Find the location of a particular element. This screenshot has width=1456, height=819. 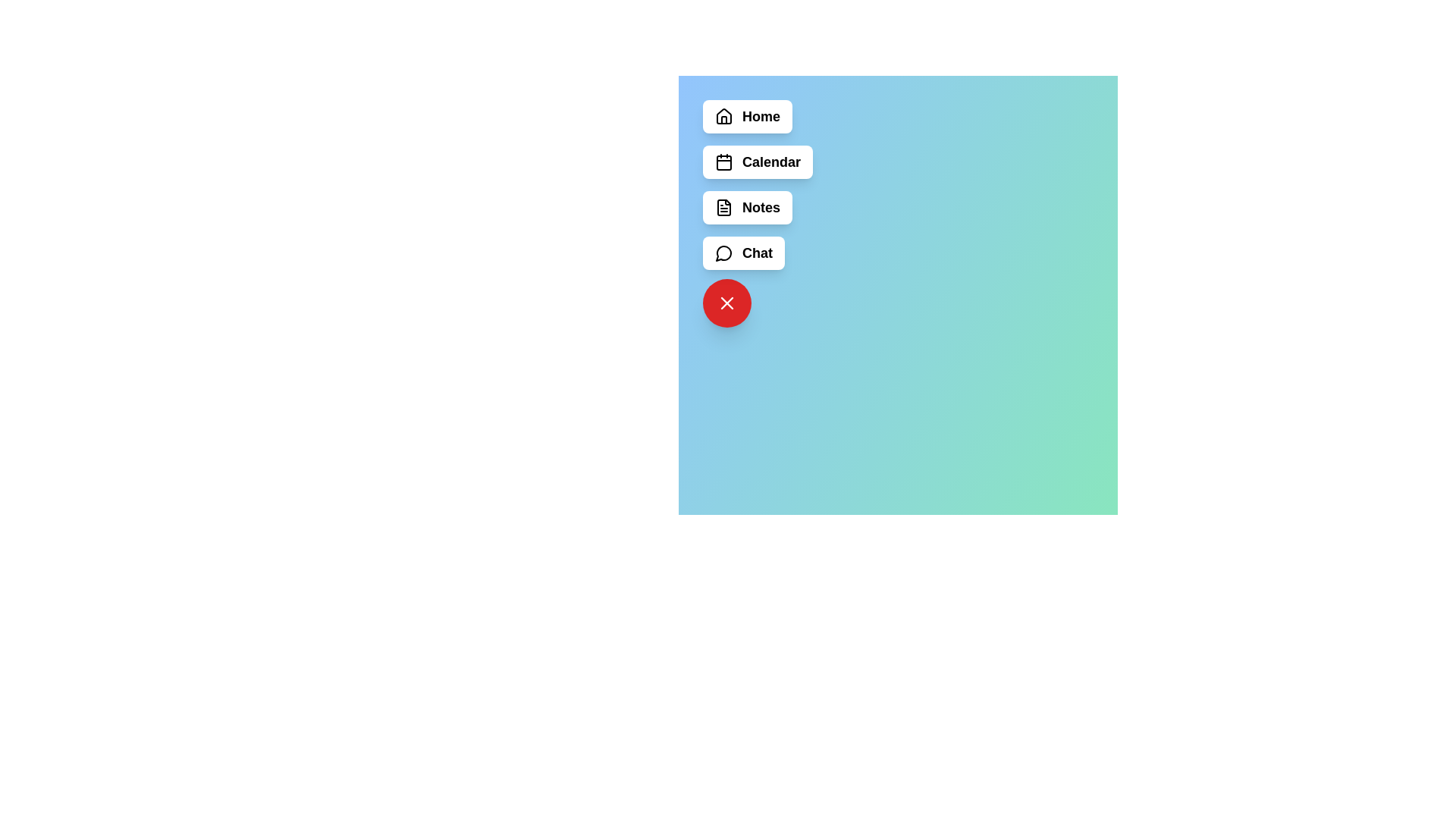

the menu item labeled Chat is located at coordinates (743, 253).